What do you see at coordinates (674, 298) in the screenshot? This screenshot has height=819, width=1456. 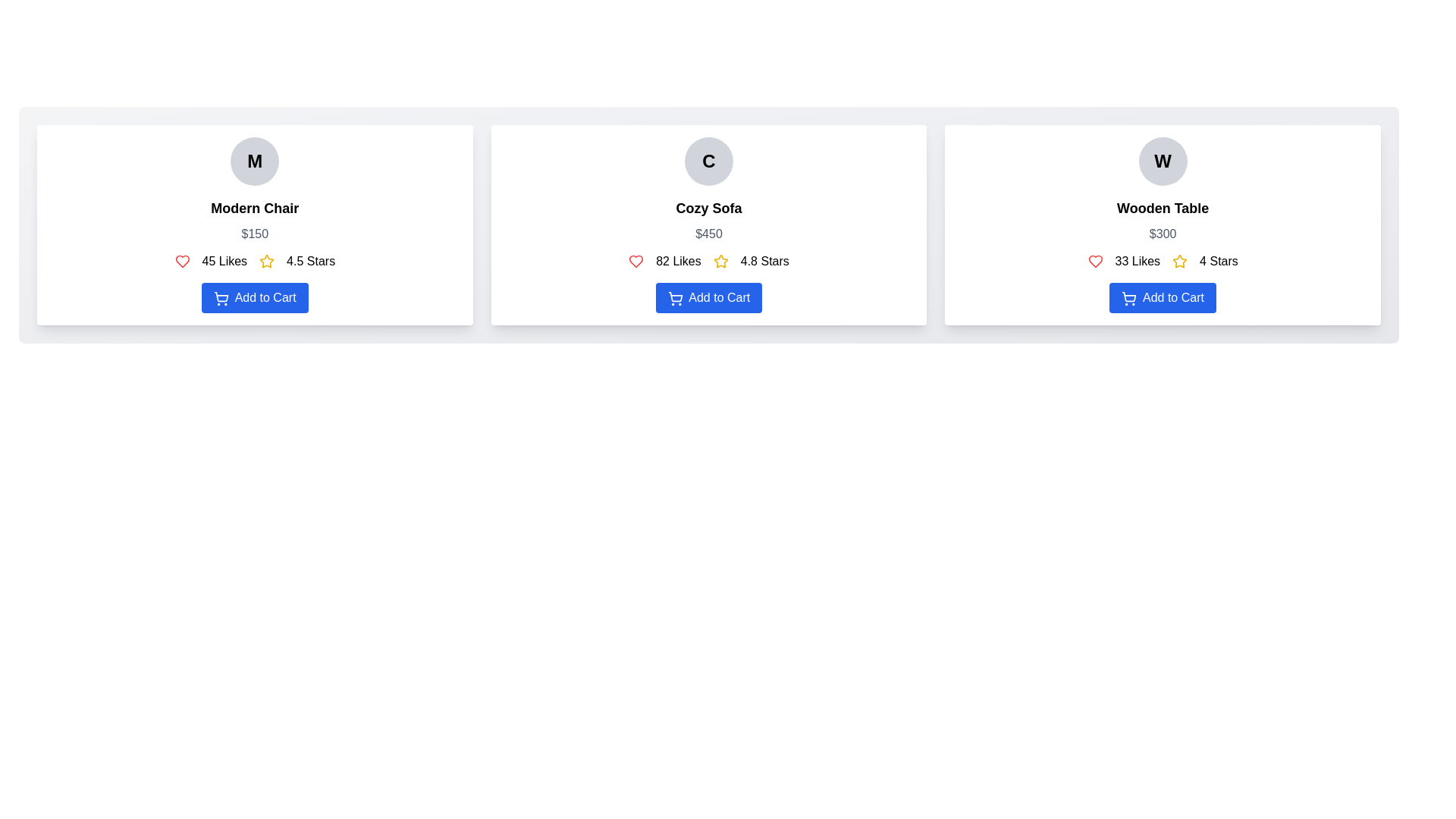 I see `the icon that indicates the function of the 'Add to Cart' button for the 'Cozy Sofa' product card, which is located towards the left within the button area` at bounding box center [674, 298].